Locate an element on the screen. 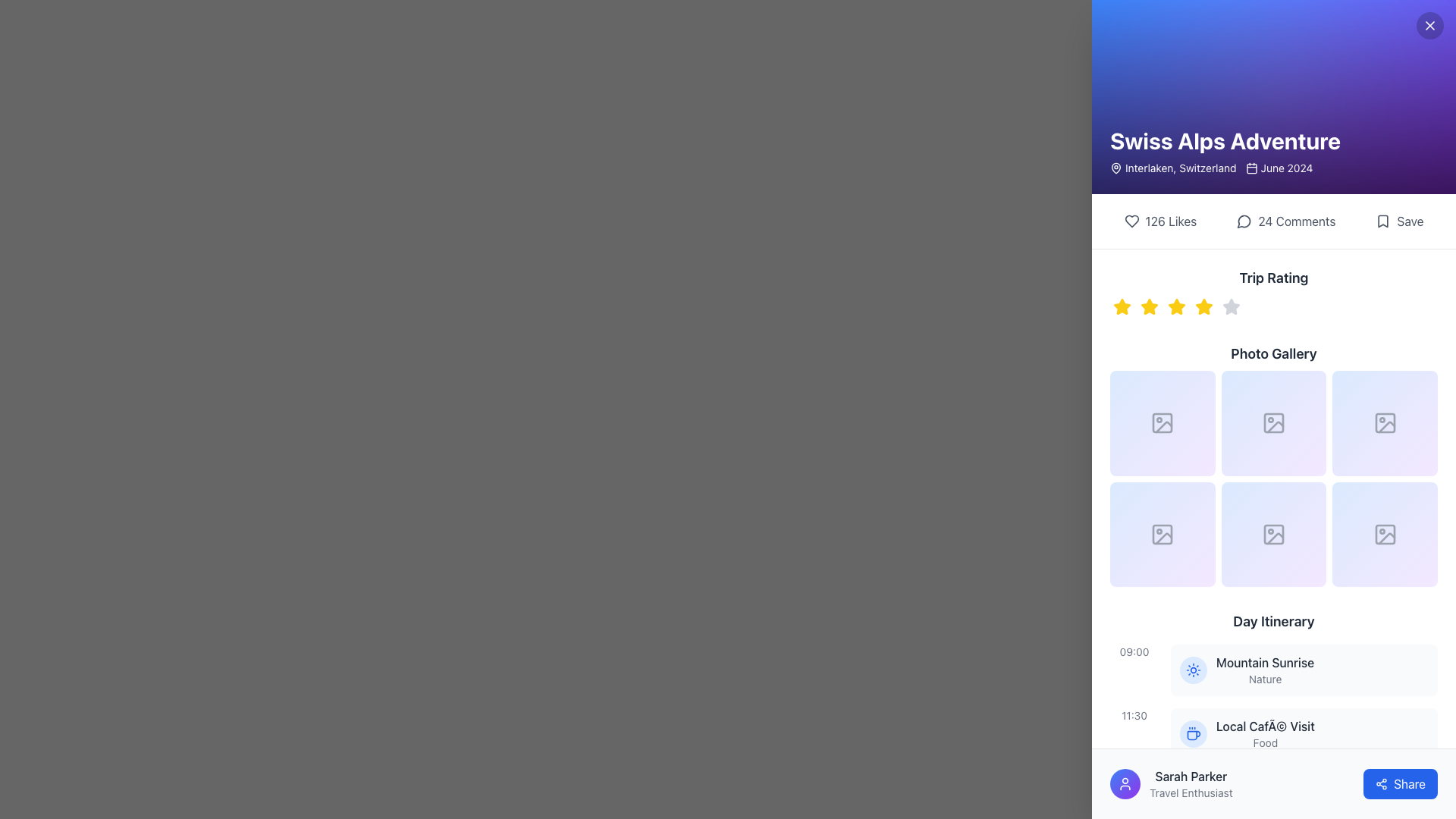 This screenshot has height=819, width=1456. the Label displaying 'Interlaken, Switzerland', which provides textual information regarding a location and is positioned to the right of a location pin icon is located at coordinates (1180, 168).